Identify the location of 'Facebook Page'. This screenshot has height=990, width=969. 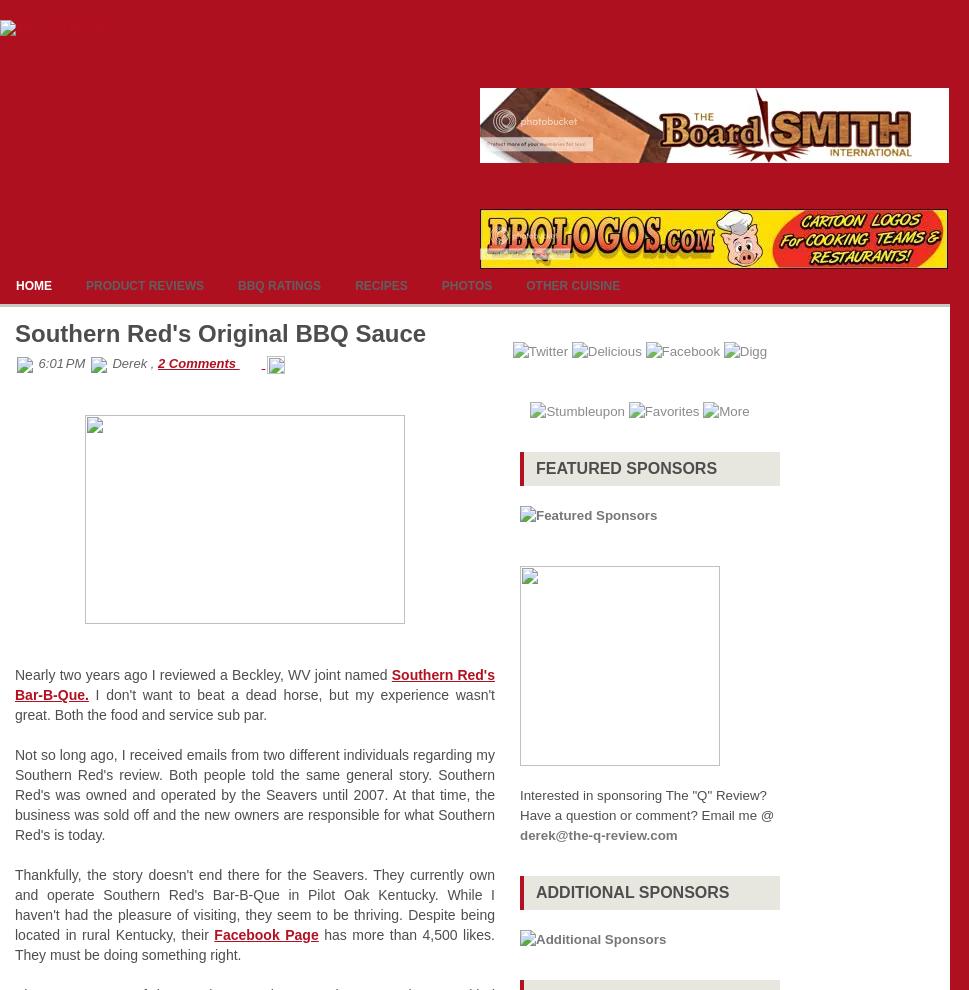
(213, 933).